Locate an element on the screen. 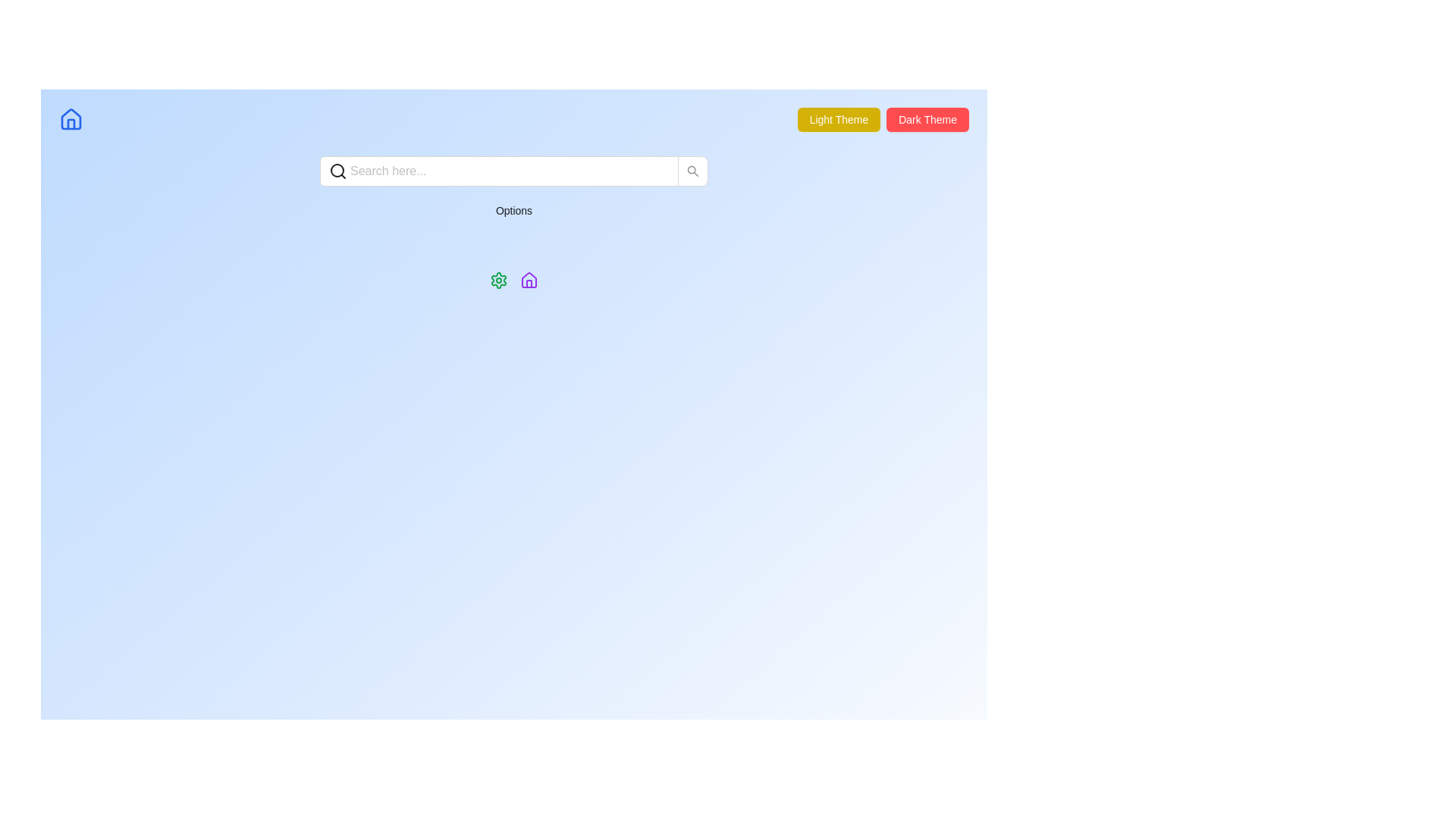  the settings icon located below the search bar and next to the 'Options' text, which is the left-most icon in the horizontal alignment is located at coordinates (498, 281).